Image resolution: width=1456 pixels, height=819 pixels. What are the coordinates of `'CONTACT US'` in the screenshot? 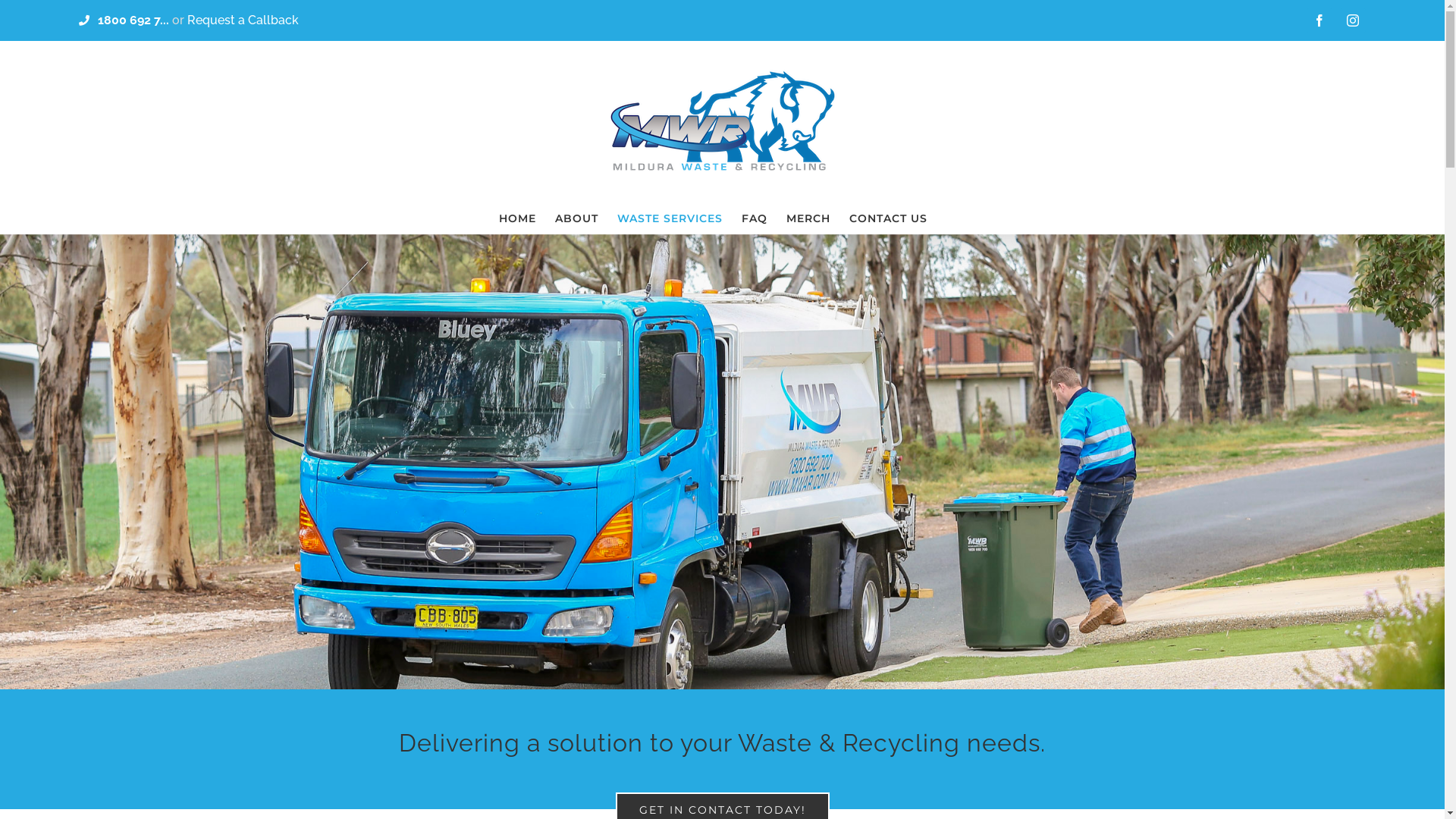 It's located at (888, 218).